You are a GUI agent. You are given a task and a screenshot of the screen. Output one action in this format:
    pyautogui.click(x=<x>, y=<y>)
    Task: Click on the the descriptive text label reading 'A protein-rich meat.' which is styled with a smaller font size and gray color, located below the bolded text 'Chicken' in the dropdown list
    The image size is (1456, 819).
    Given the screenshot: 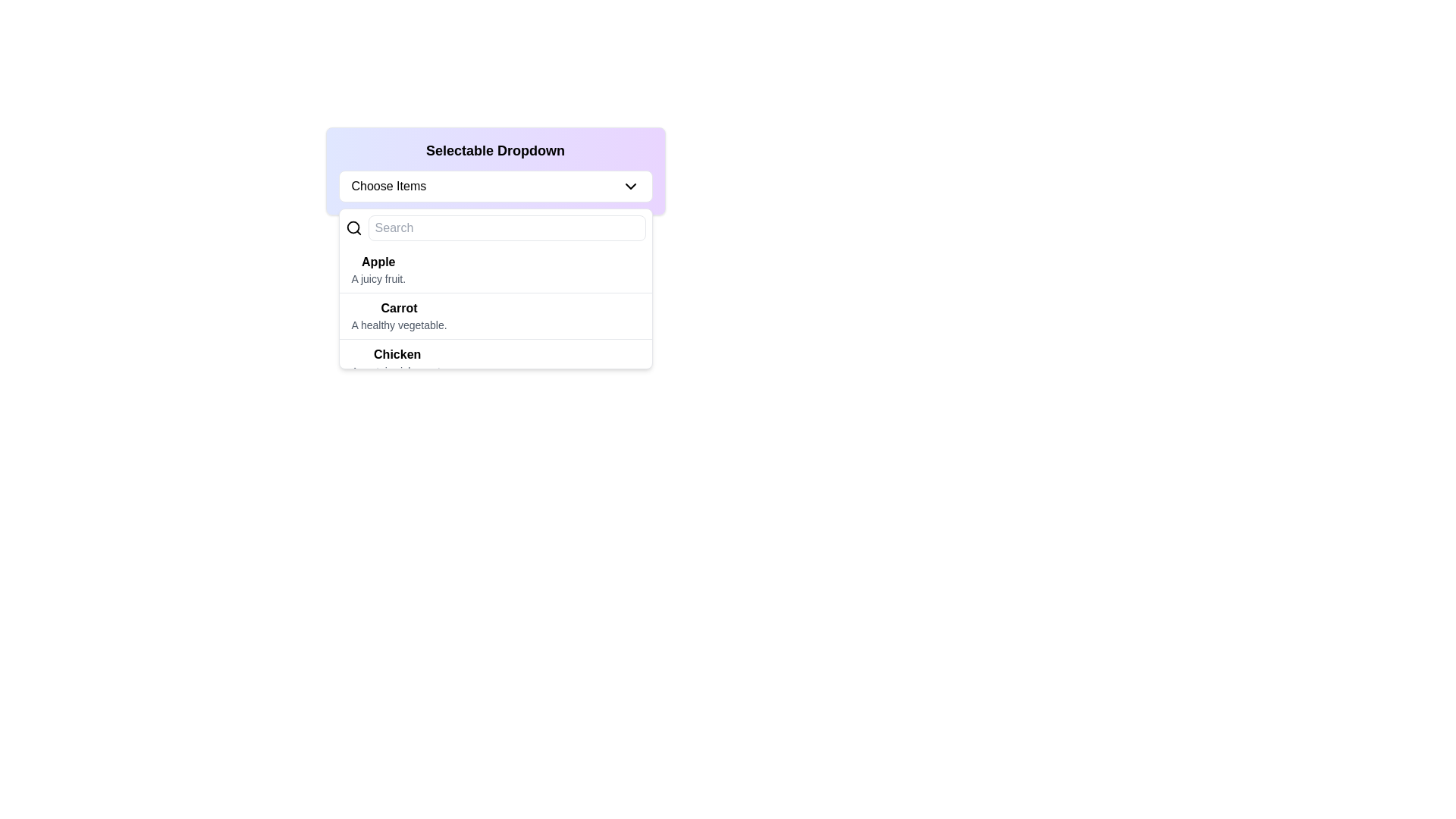 What is the action you would take?
    pyautogui.click(x=397, y=371)
    